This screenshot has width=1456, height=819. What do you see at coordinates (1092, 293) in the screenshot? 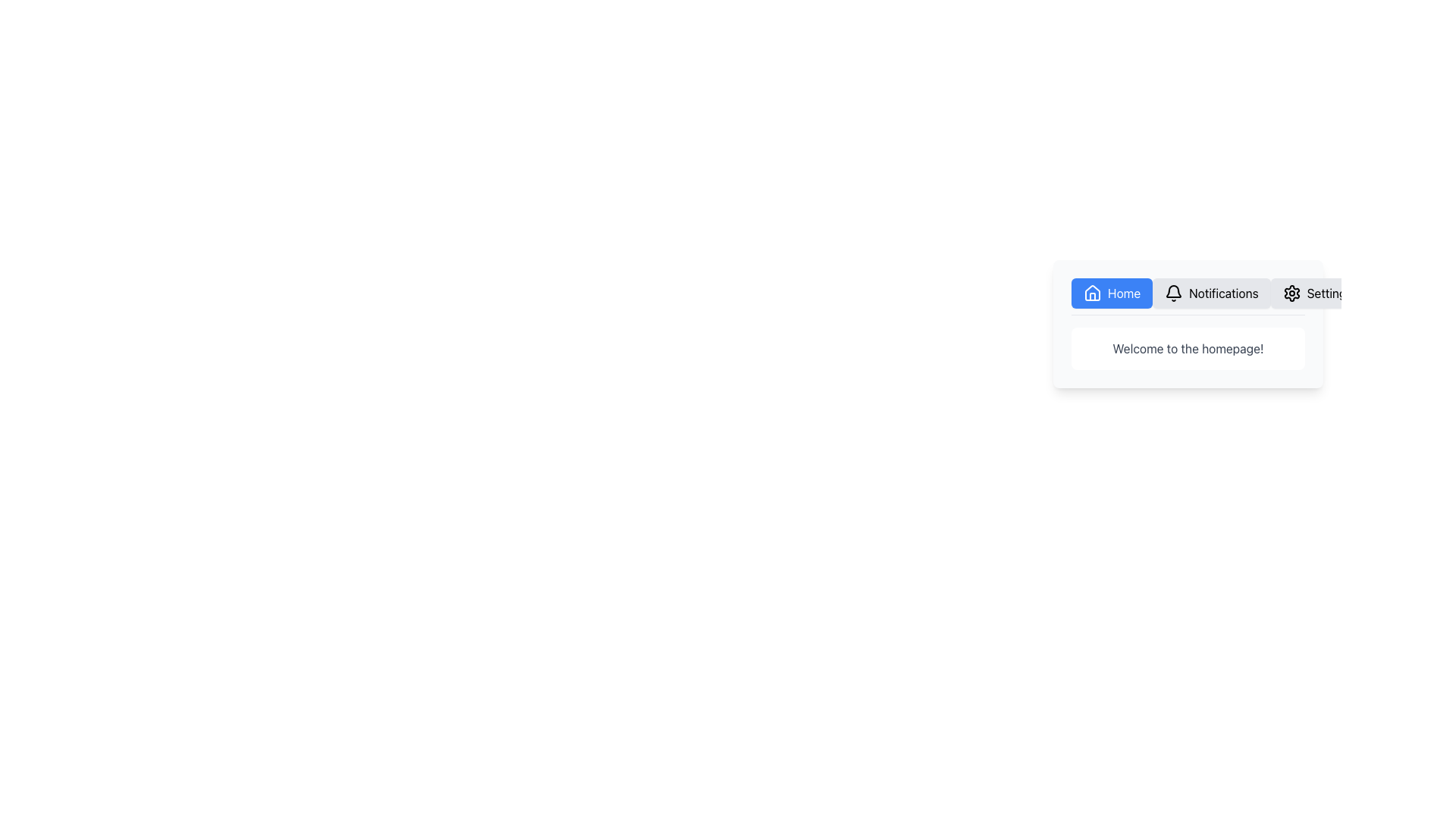
I see `the 'Home' navigation icon within the button` at bounding box center [1092, 293].